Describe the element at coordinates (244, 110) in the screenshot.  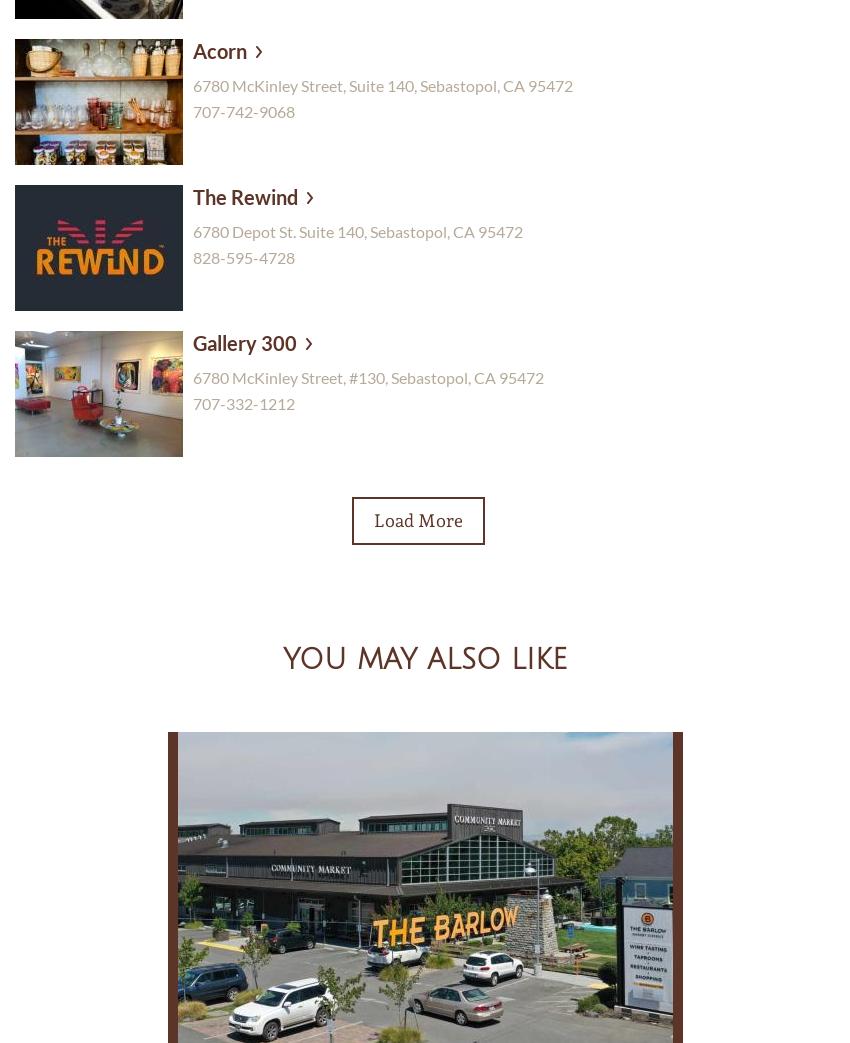
I see `'707-742-9068'` at that location.